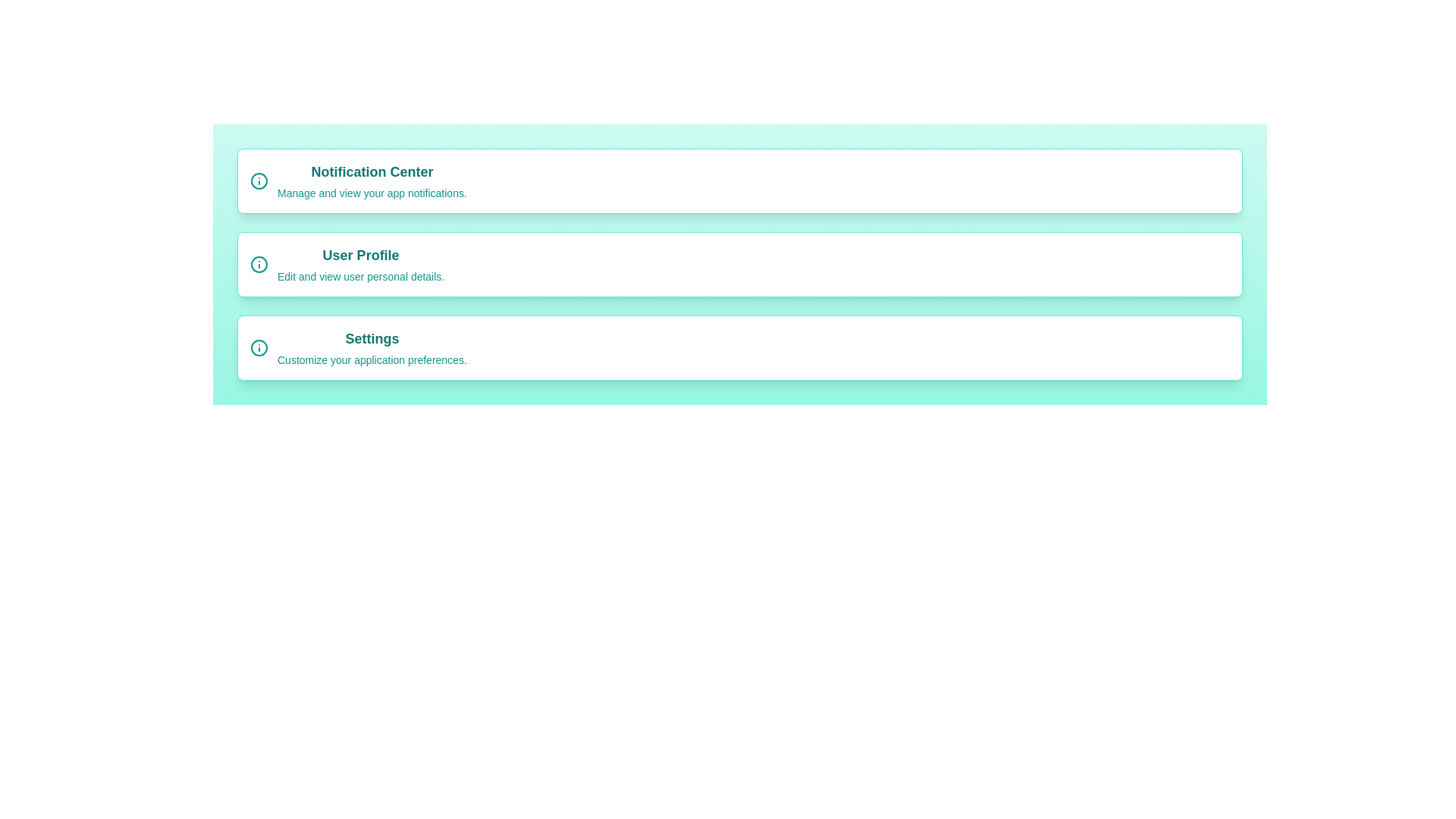 The height and width of the screenshot is (819, 1456). I want to click on the informational card about the 'User Profile' section, which is the second card in a vertical stack between 'Notification Center' and 'Settings', so click(739, 263).